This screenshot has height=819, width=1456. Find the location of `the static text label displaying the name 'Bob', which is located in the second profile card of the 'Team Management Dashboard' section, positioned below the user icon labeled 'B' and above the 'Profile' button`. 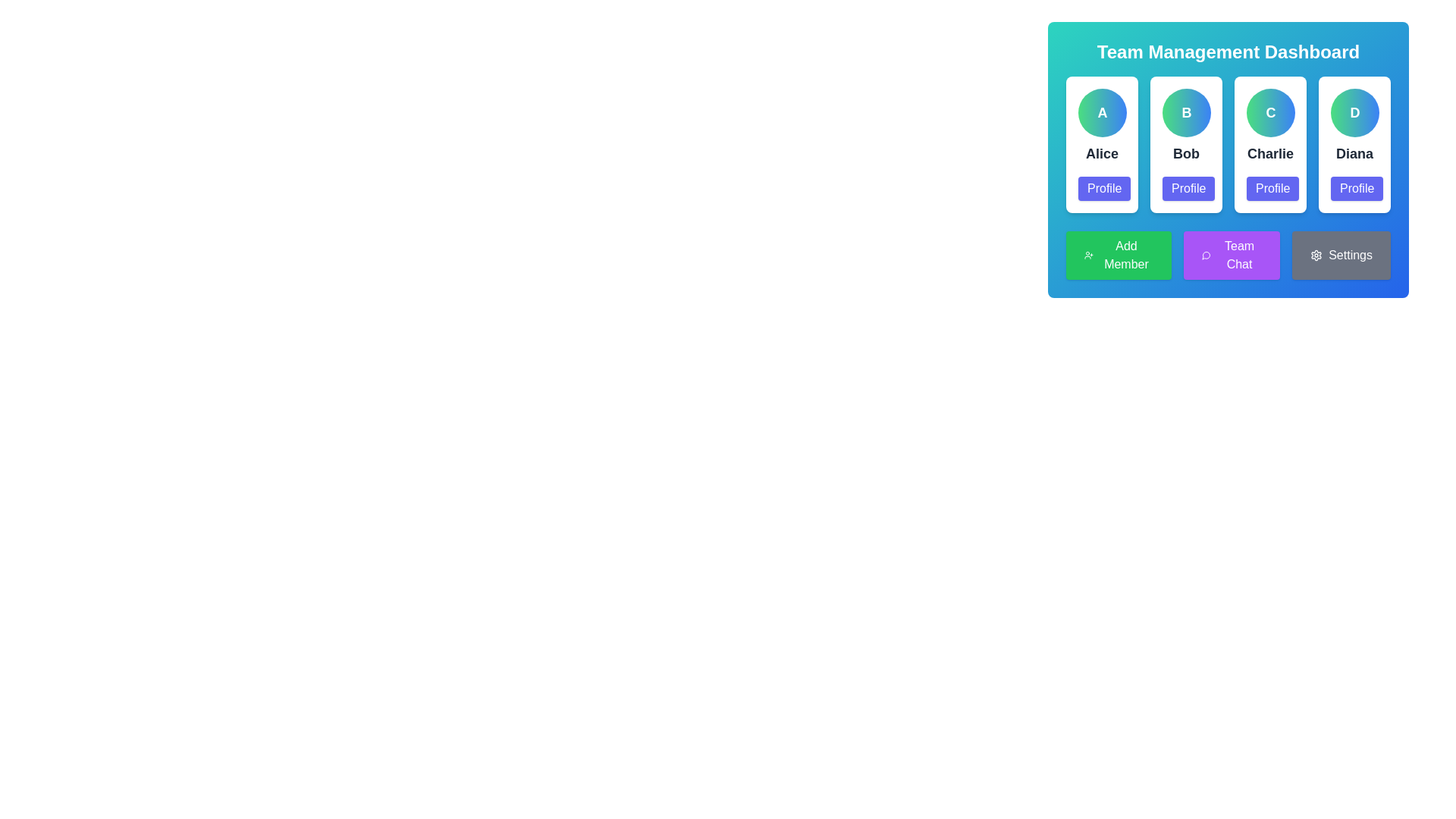

the static text label displaying the name 'Bob', which is located in the second profile card of the 'Team Management Dashboard' section, positioned below the user icon labeled 'B' and above the 'Profile' button is located at coordinates (1185, 154).